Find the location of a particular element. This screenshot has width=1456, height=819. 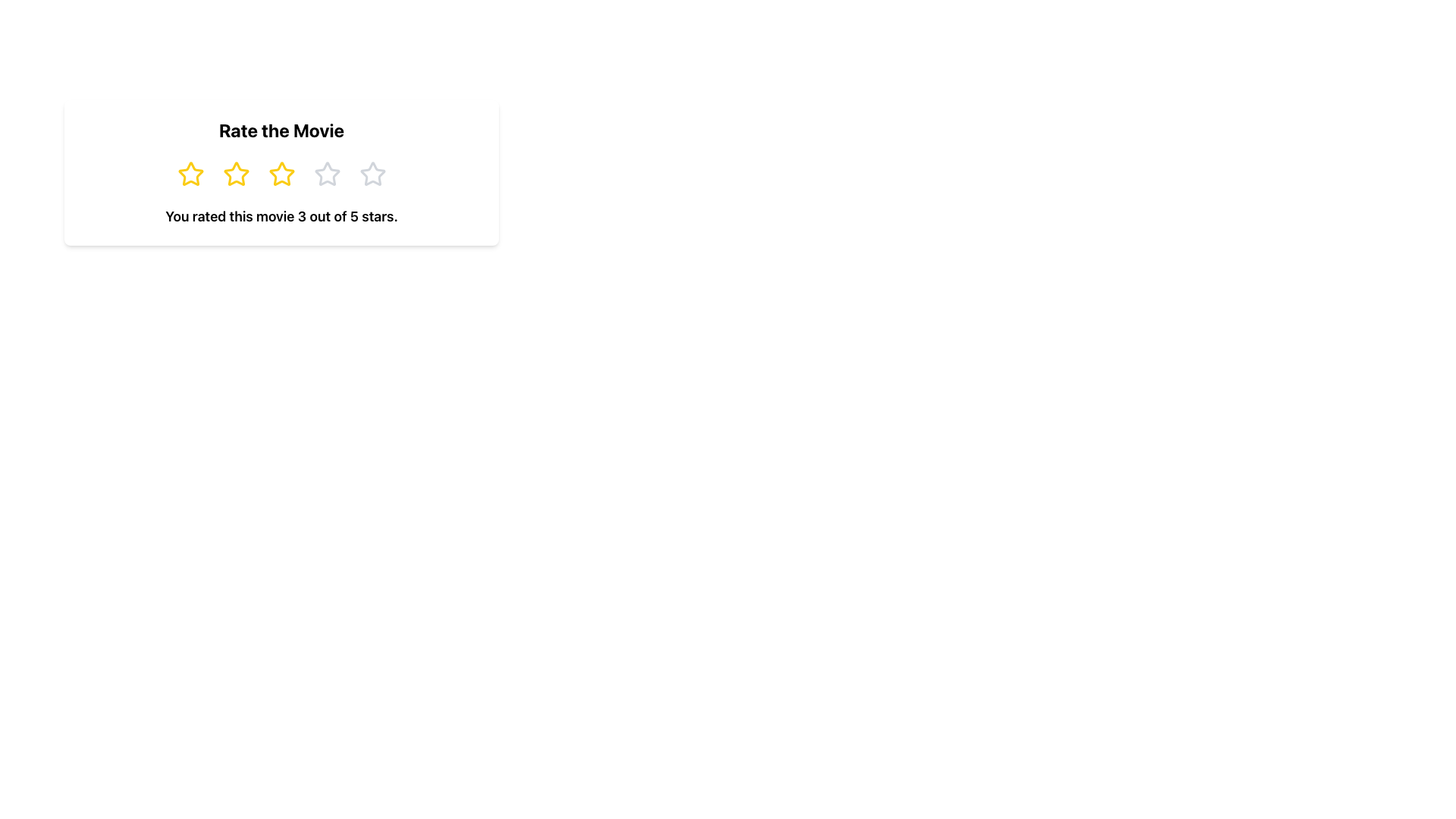

the third star icon in the rating interface is located at coordinates (281, 174).